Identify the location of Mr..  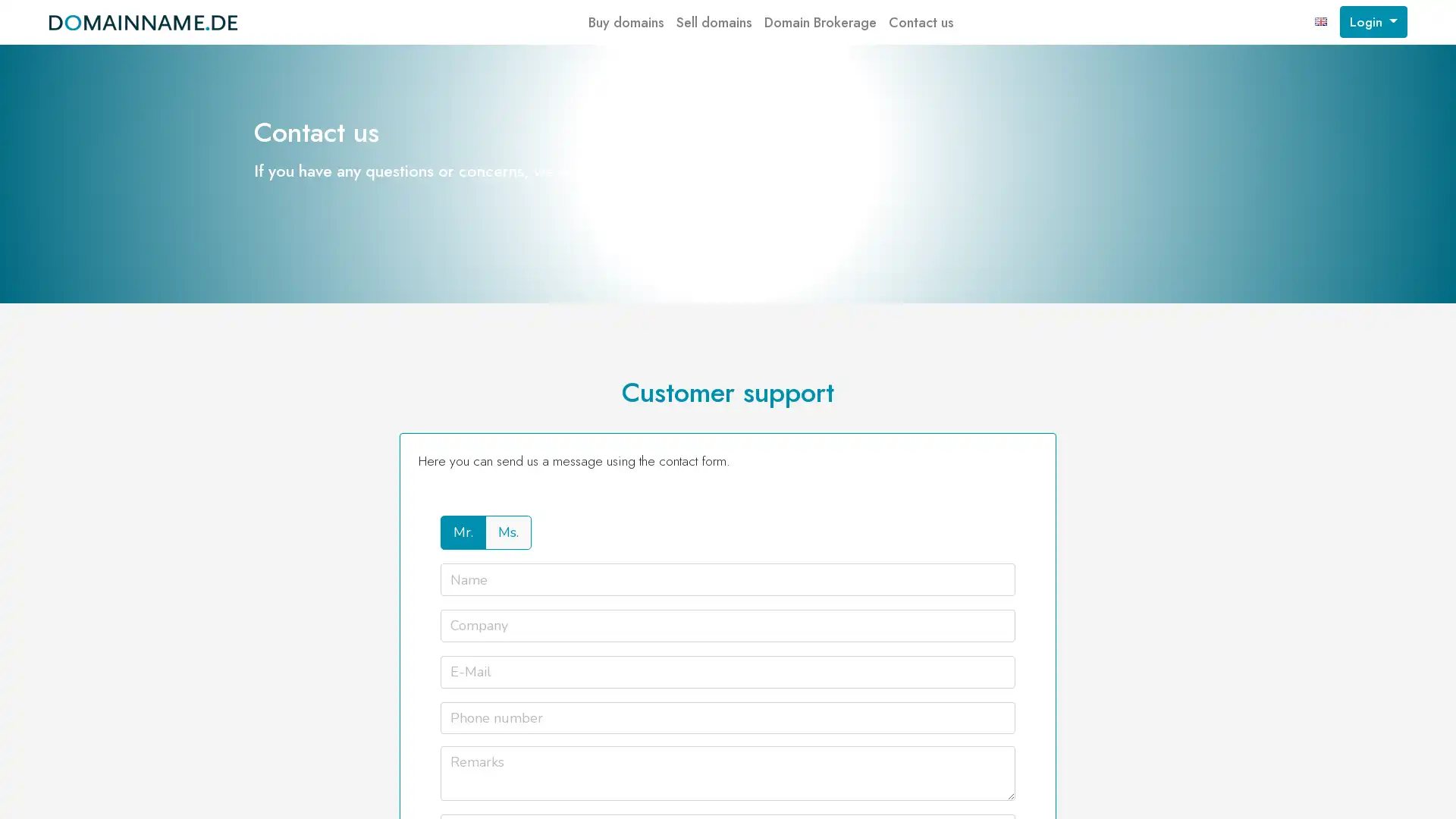
(461, 532).